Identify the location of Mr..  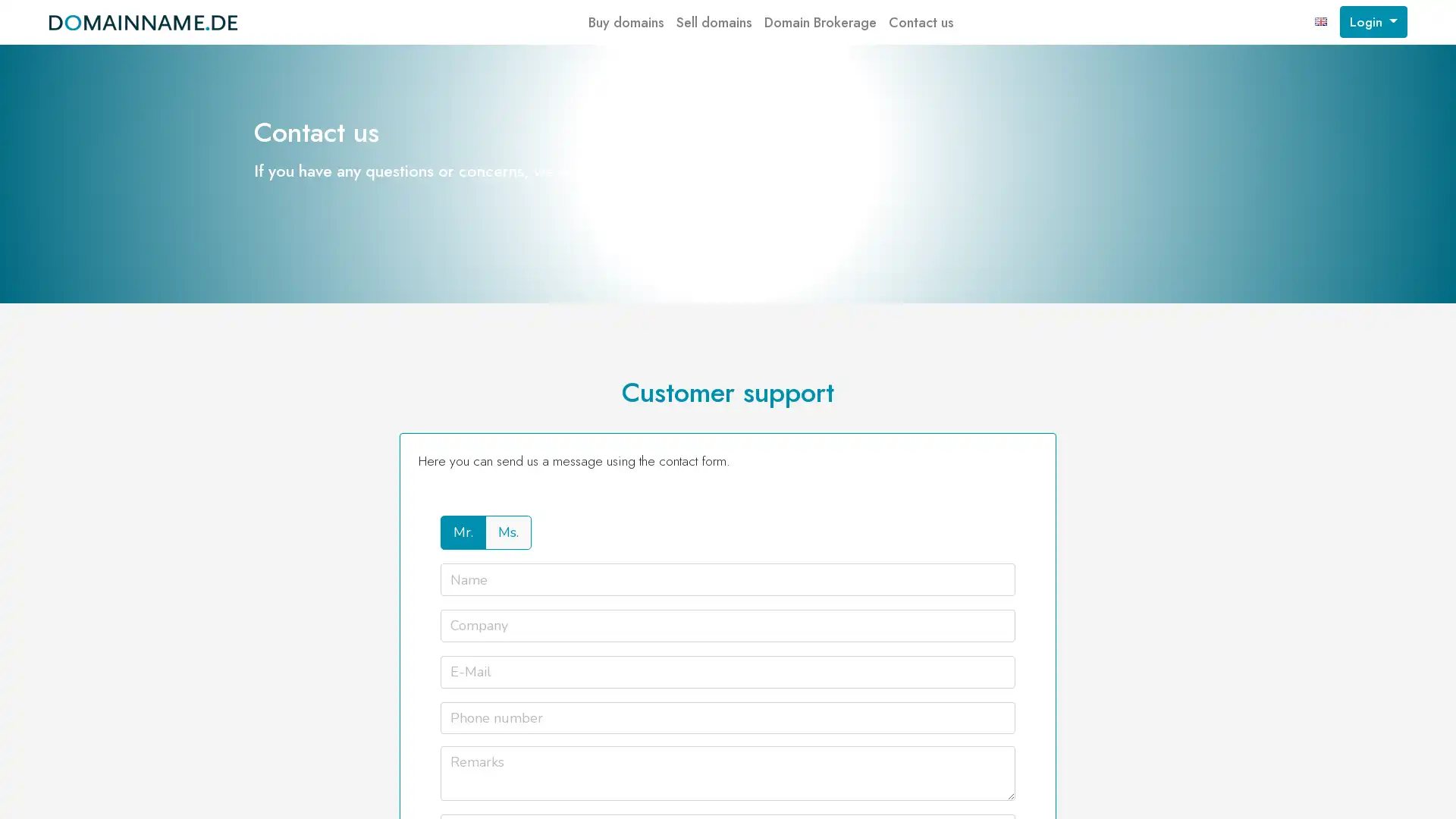
(461, 532).